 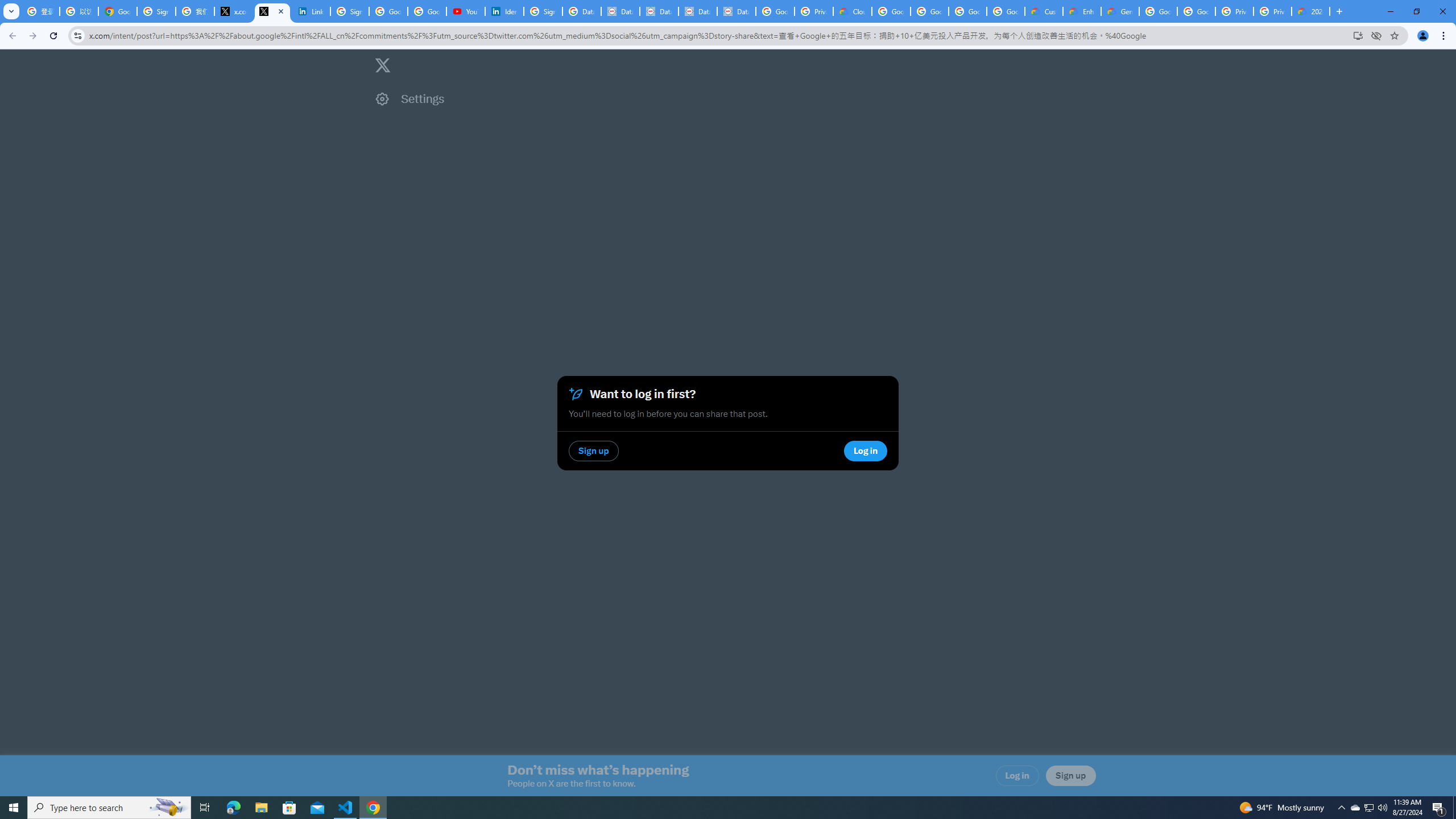 I want to click on 'Google Workspace - Specific Terms', so click(x=967, y=11).